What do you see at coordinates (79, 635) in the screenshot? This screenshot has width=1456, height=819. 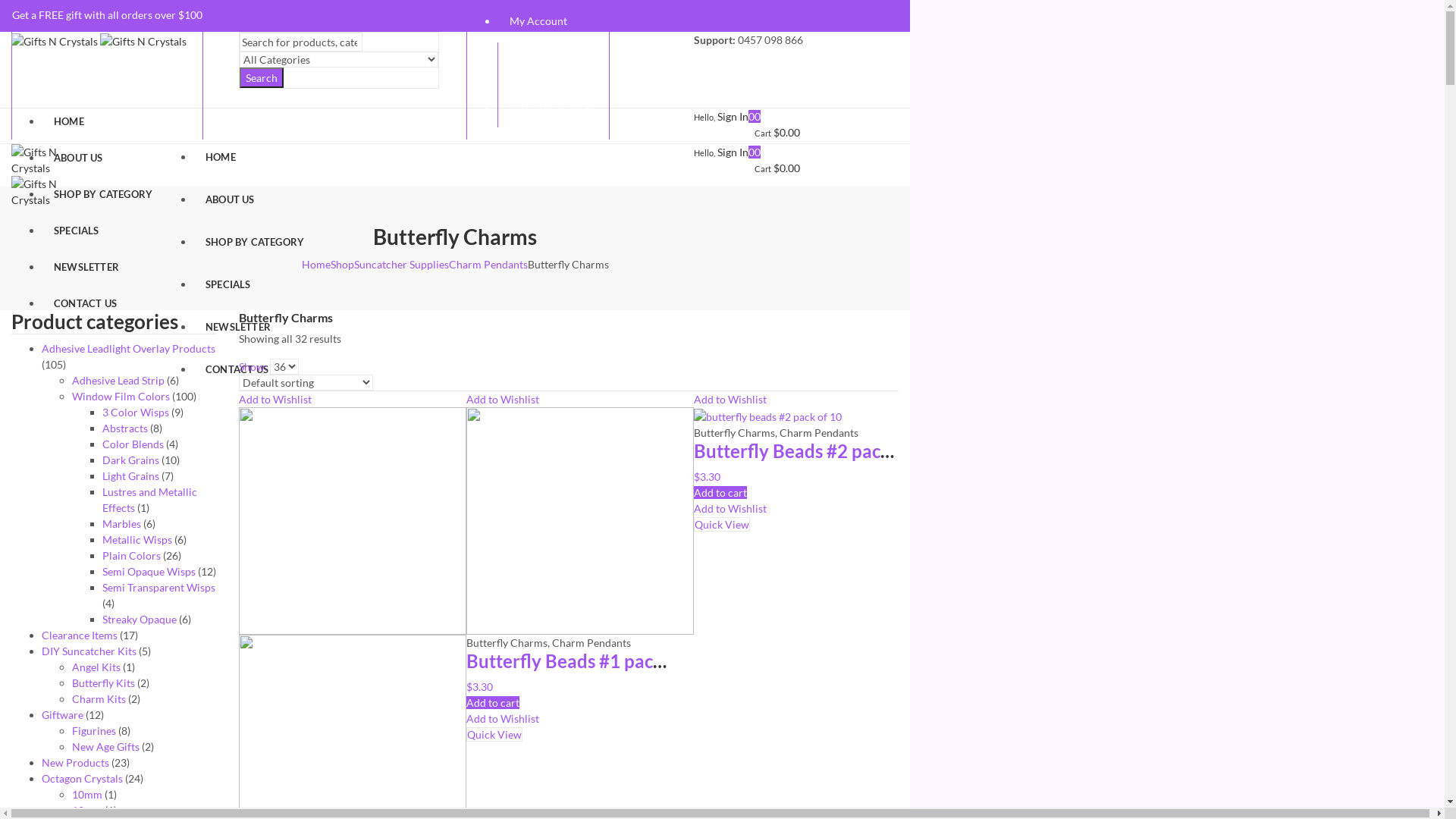 I see `'Clearance Items'` at bounding box center [79, 635].